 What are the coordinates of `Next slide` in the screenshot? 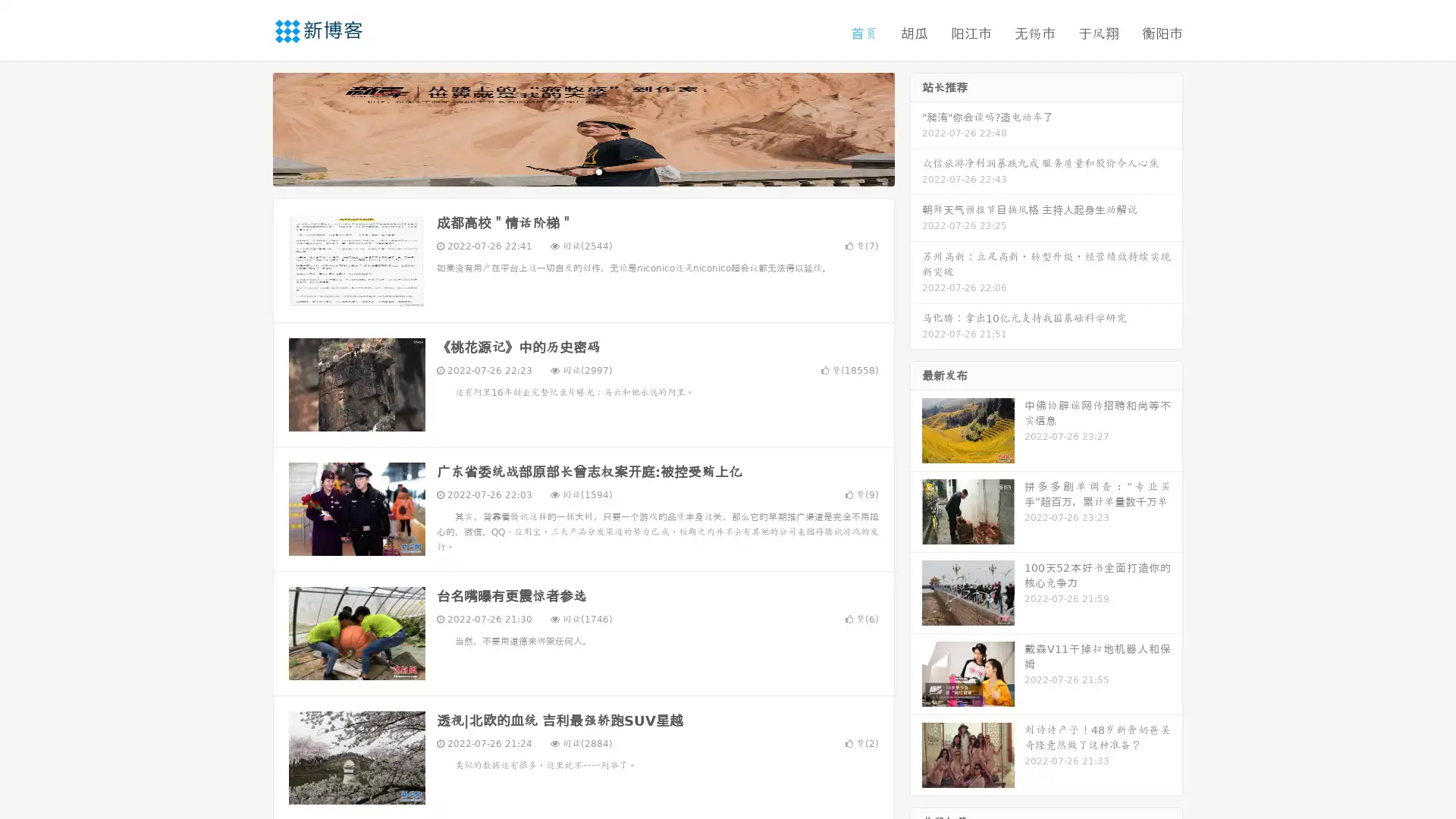 It's located at (916, 127).